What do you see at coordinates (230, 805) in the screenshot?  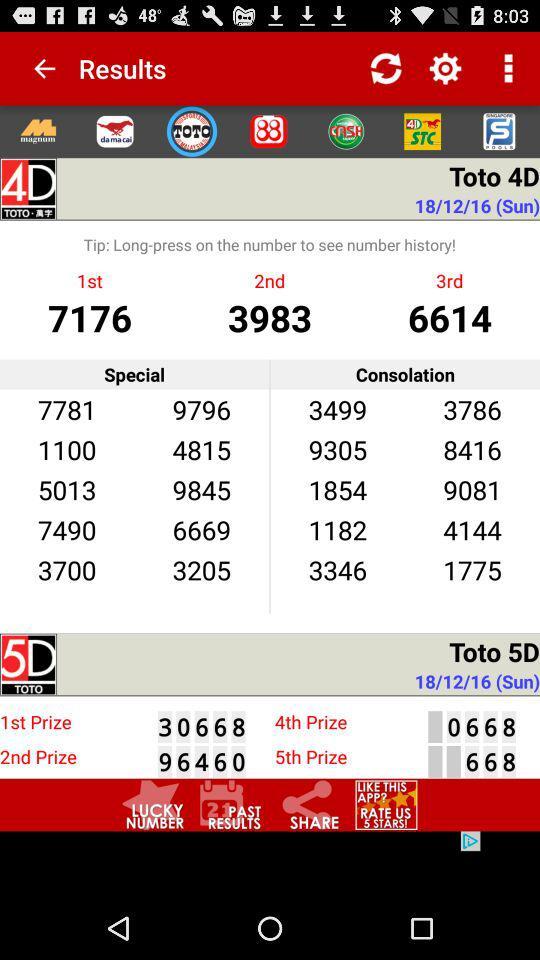 I see `'past results` at bounding box center [230, 805].